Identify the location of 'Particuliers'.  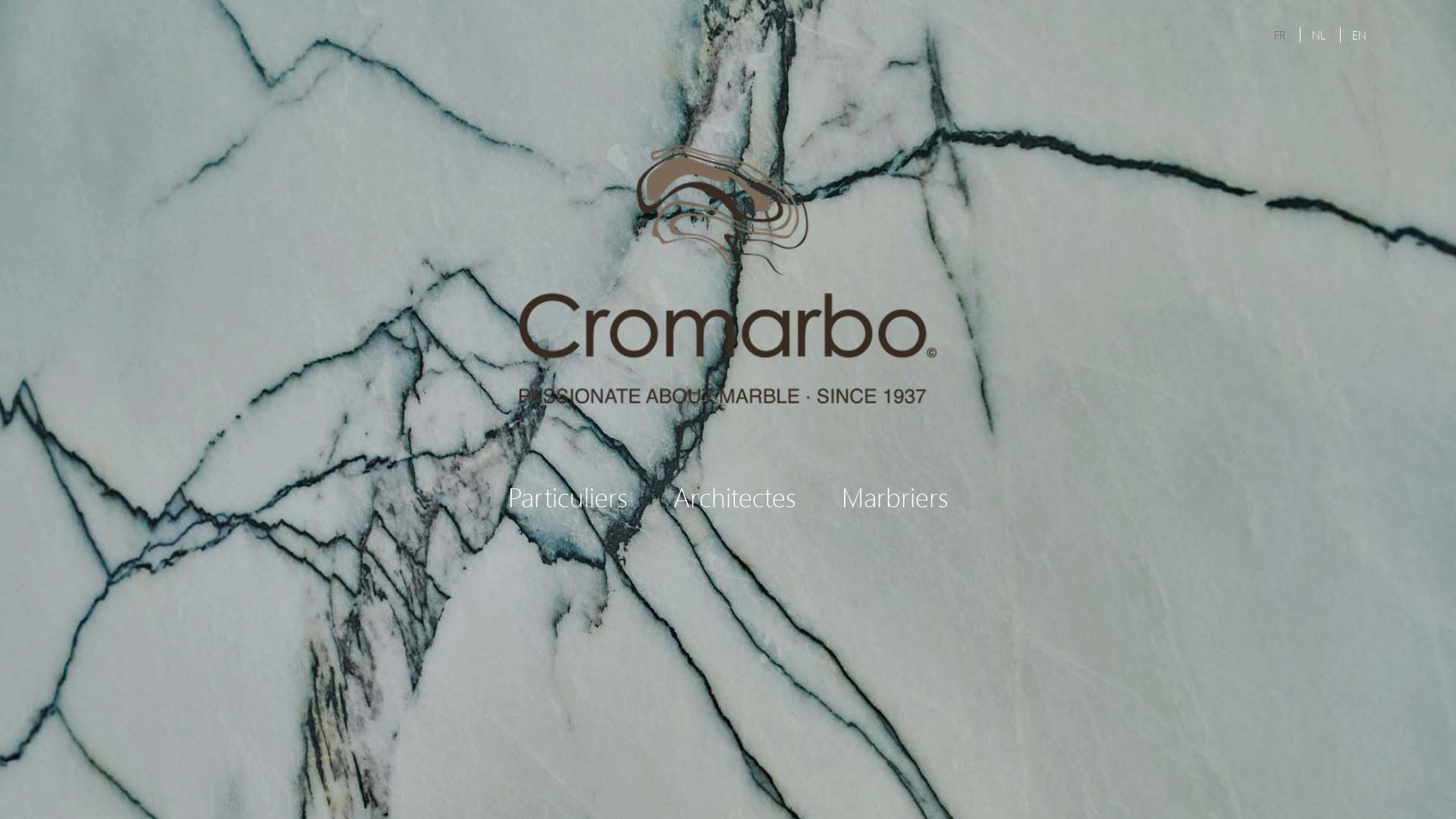
(508, 496).